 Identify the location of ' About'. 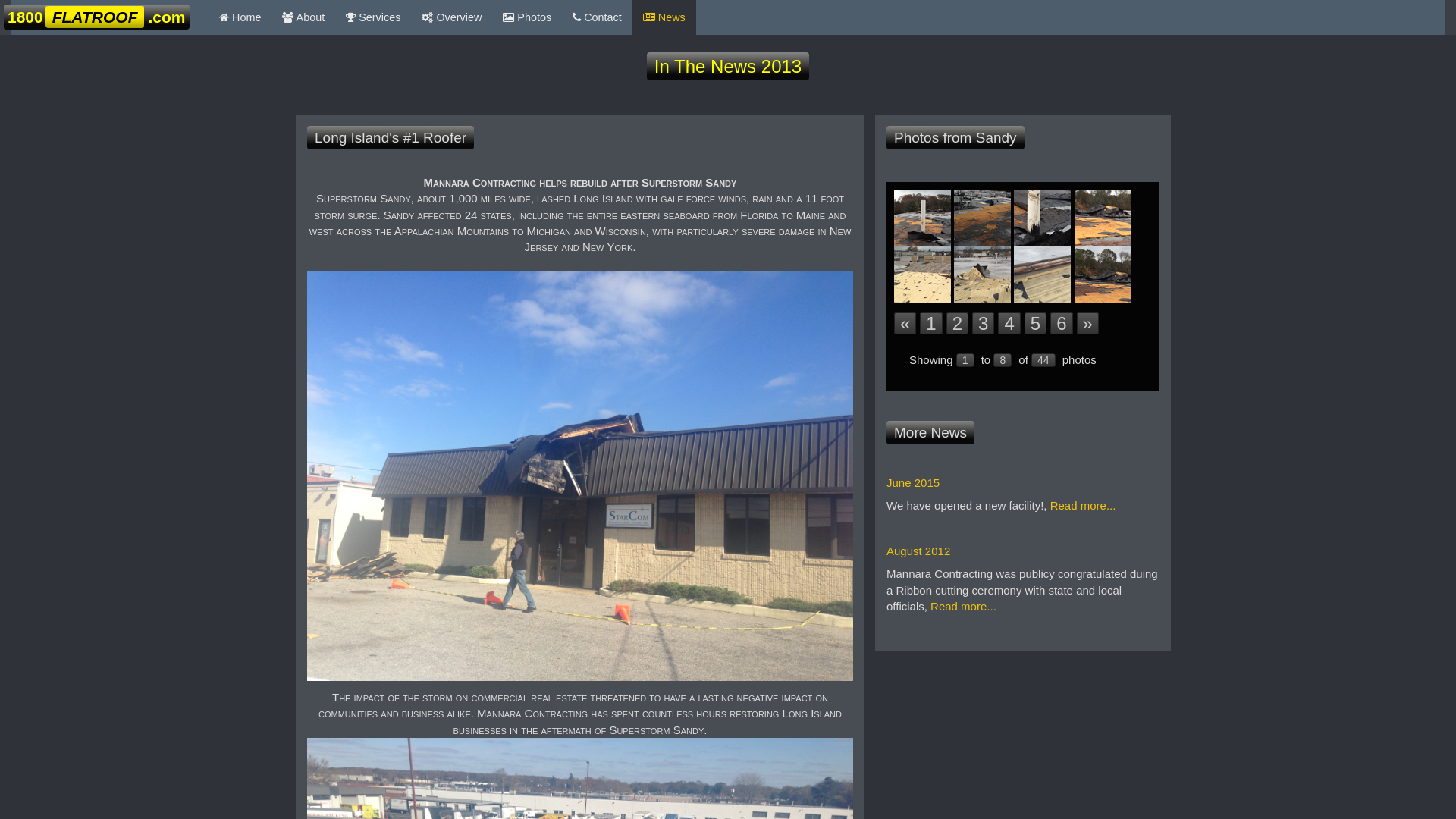
(303, 17).